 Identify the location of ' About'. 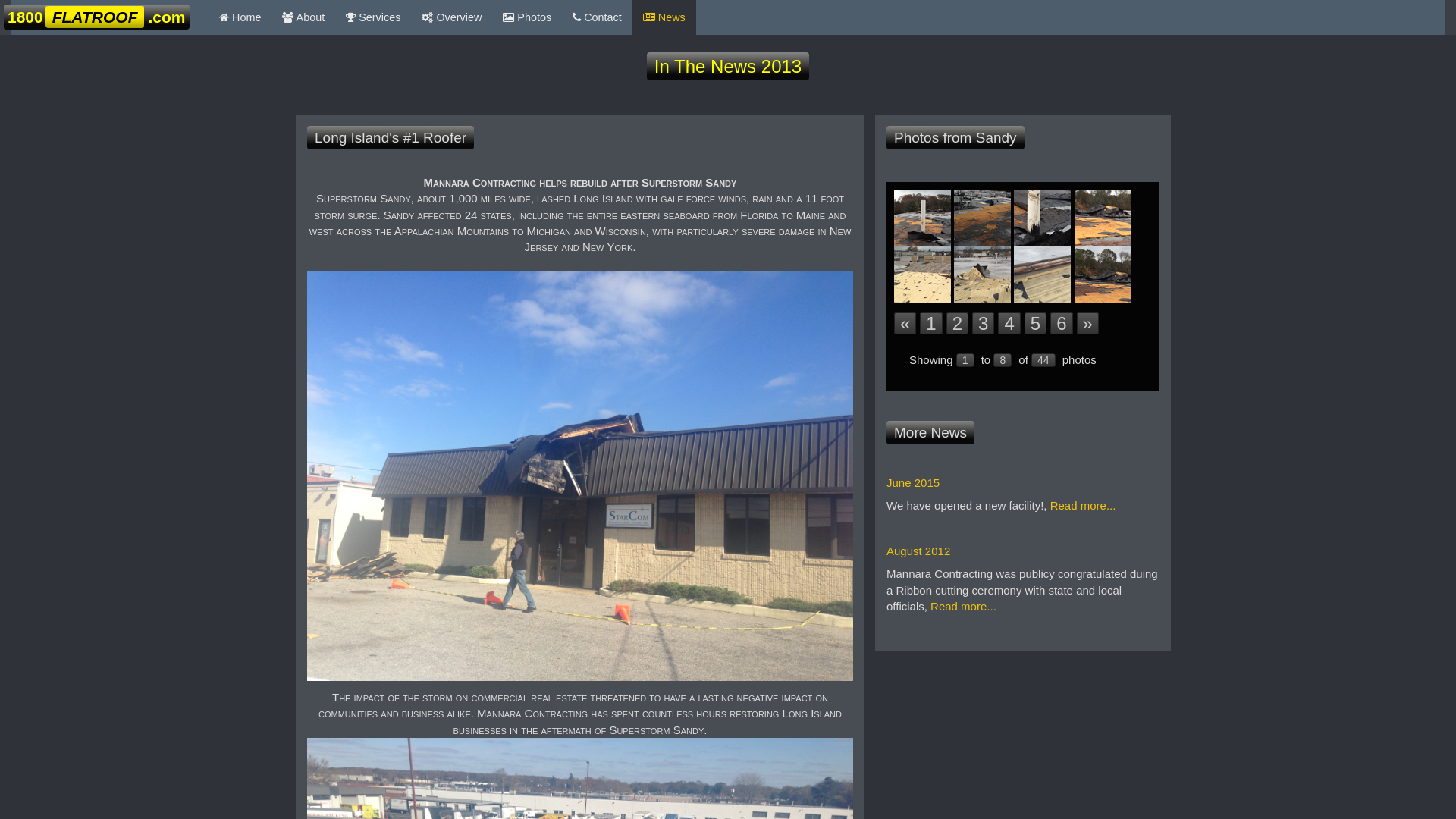
(303, 17).